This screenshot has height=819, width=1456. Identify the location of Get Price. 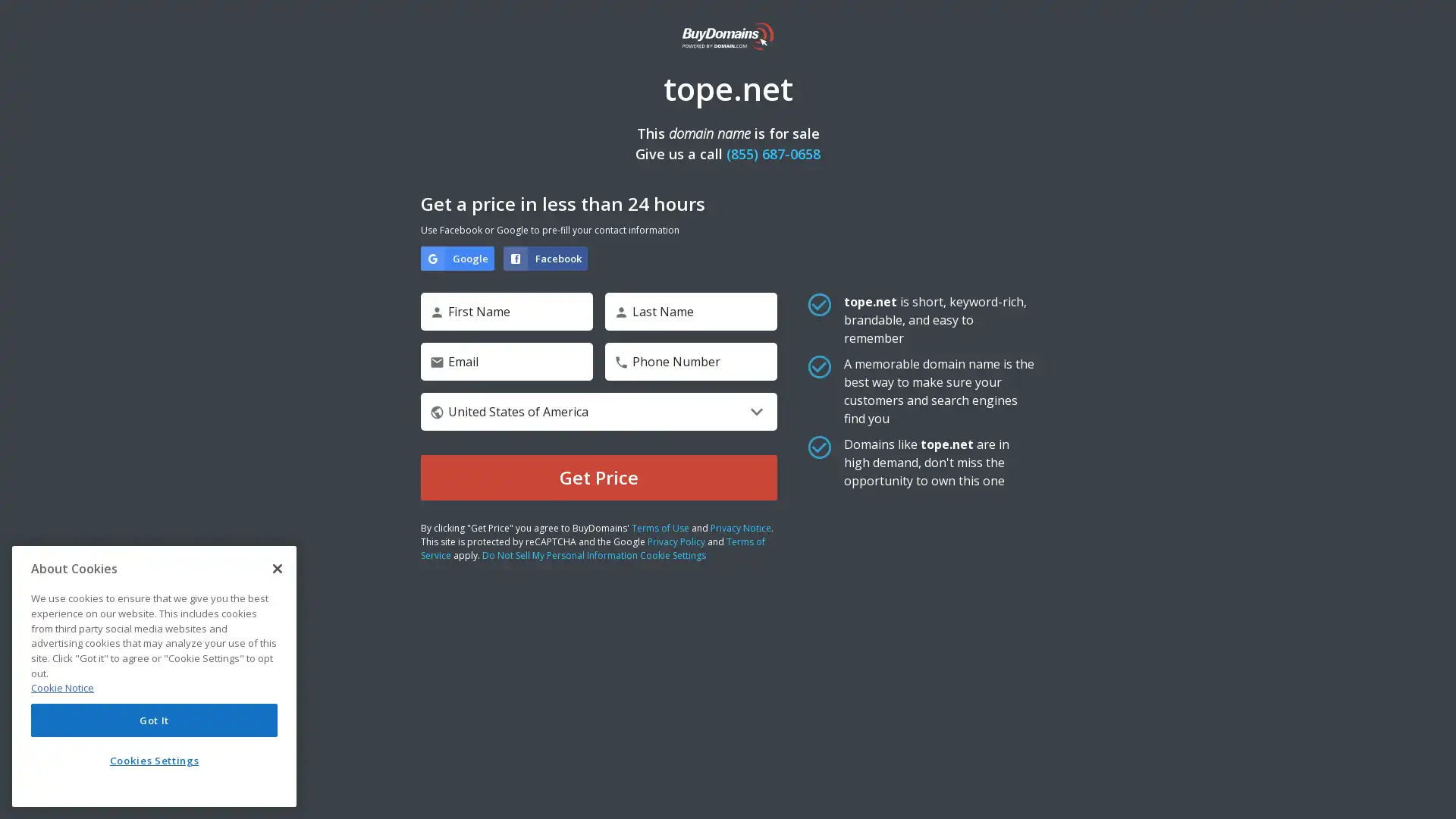
(598, 476).